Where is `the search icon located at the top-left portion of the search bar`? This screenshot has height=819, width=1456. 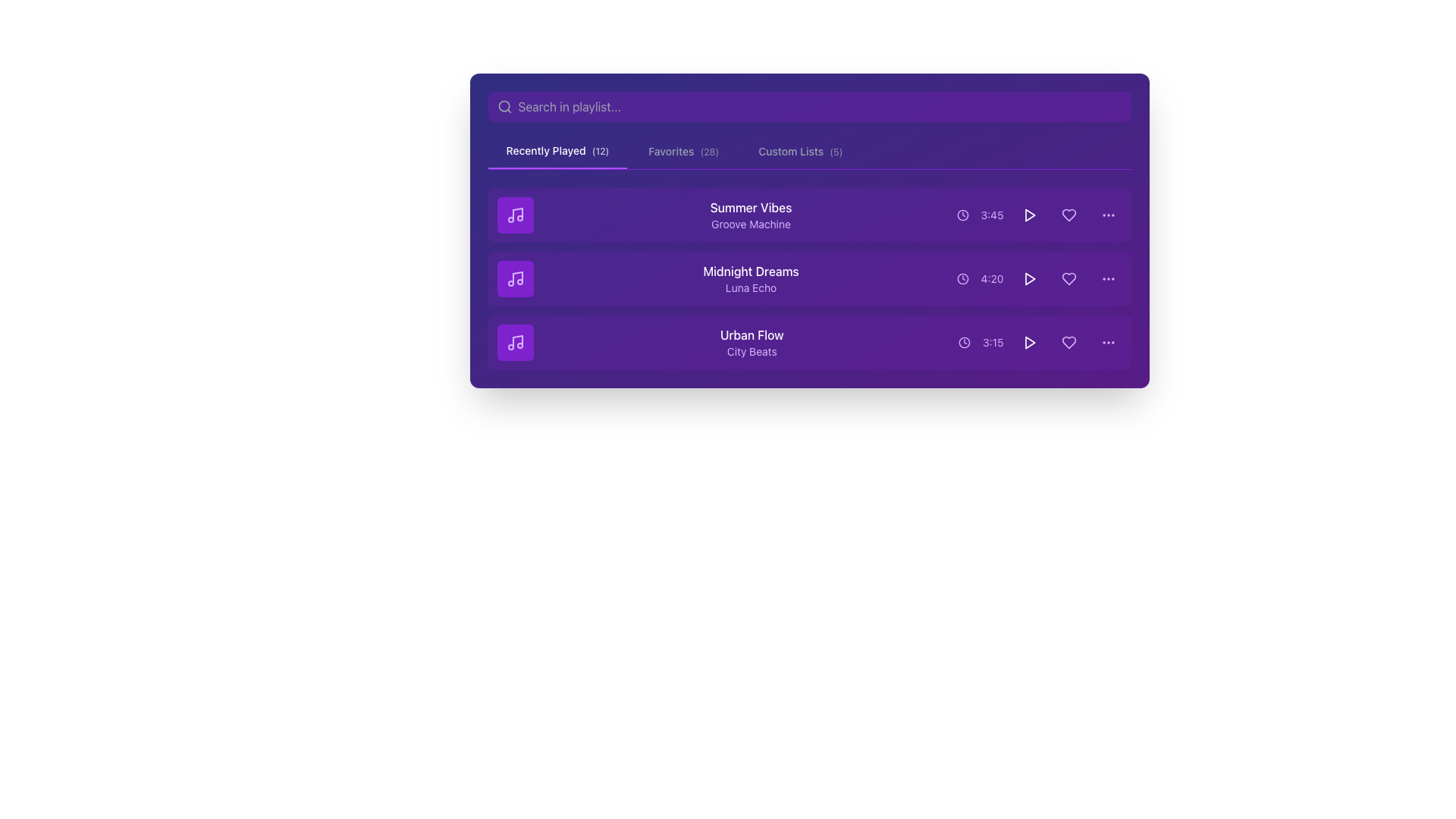 the search icon located at the top-left portion of the search bar is located at coordinates (504, 106).